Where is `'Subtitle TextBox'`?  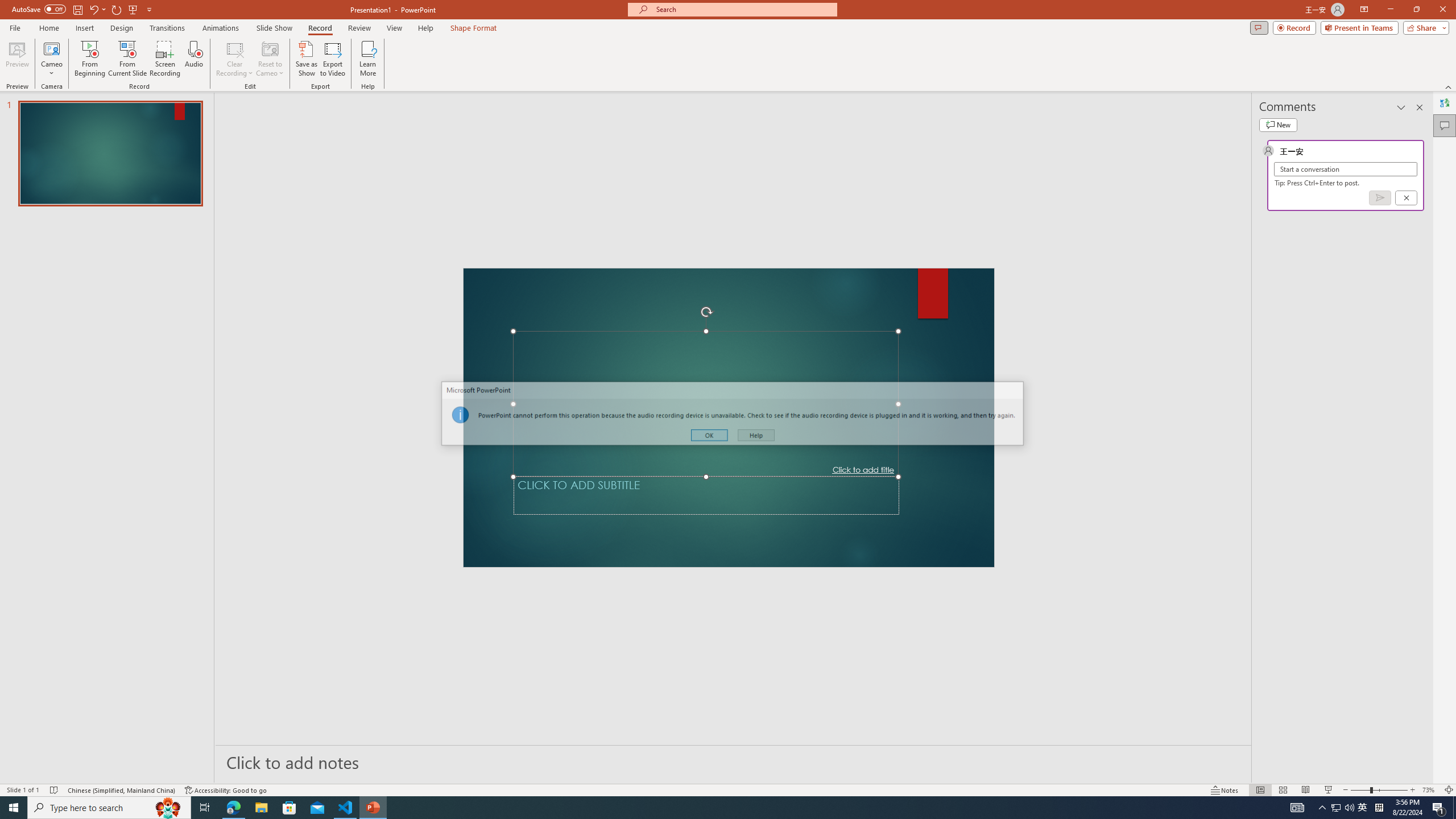
'Subtitle TextBox' is located at coordinates (706, 494).